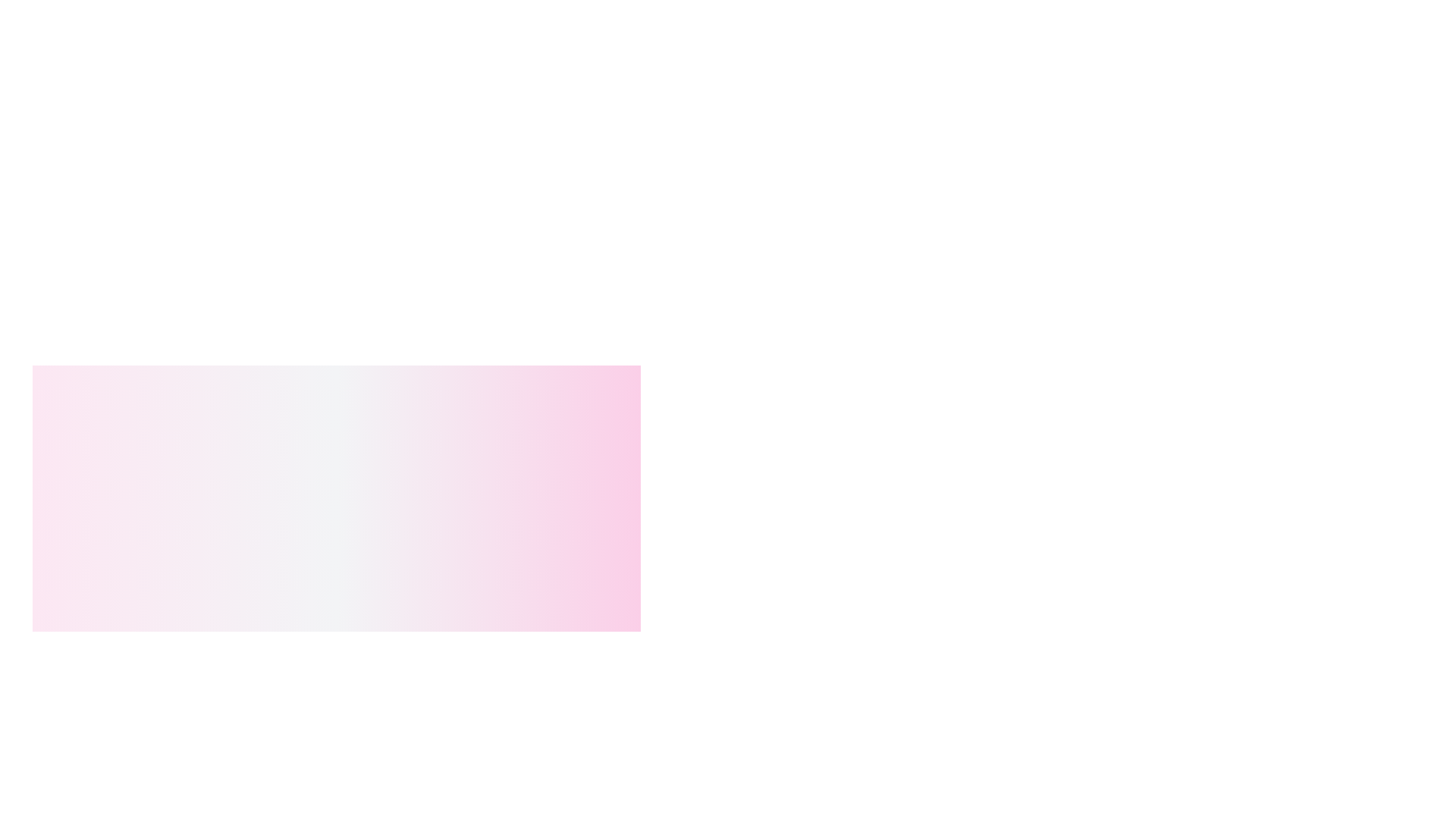 This screenshot has width=1456, height=819. Describe the element at coordinates (336, 489) in the screenshot. I see `the center of the modal dialog with a gradient background transitioning between white and light pink` at that location.